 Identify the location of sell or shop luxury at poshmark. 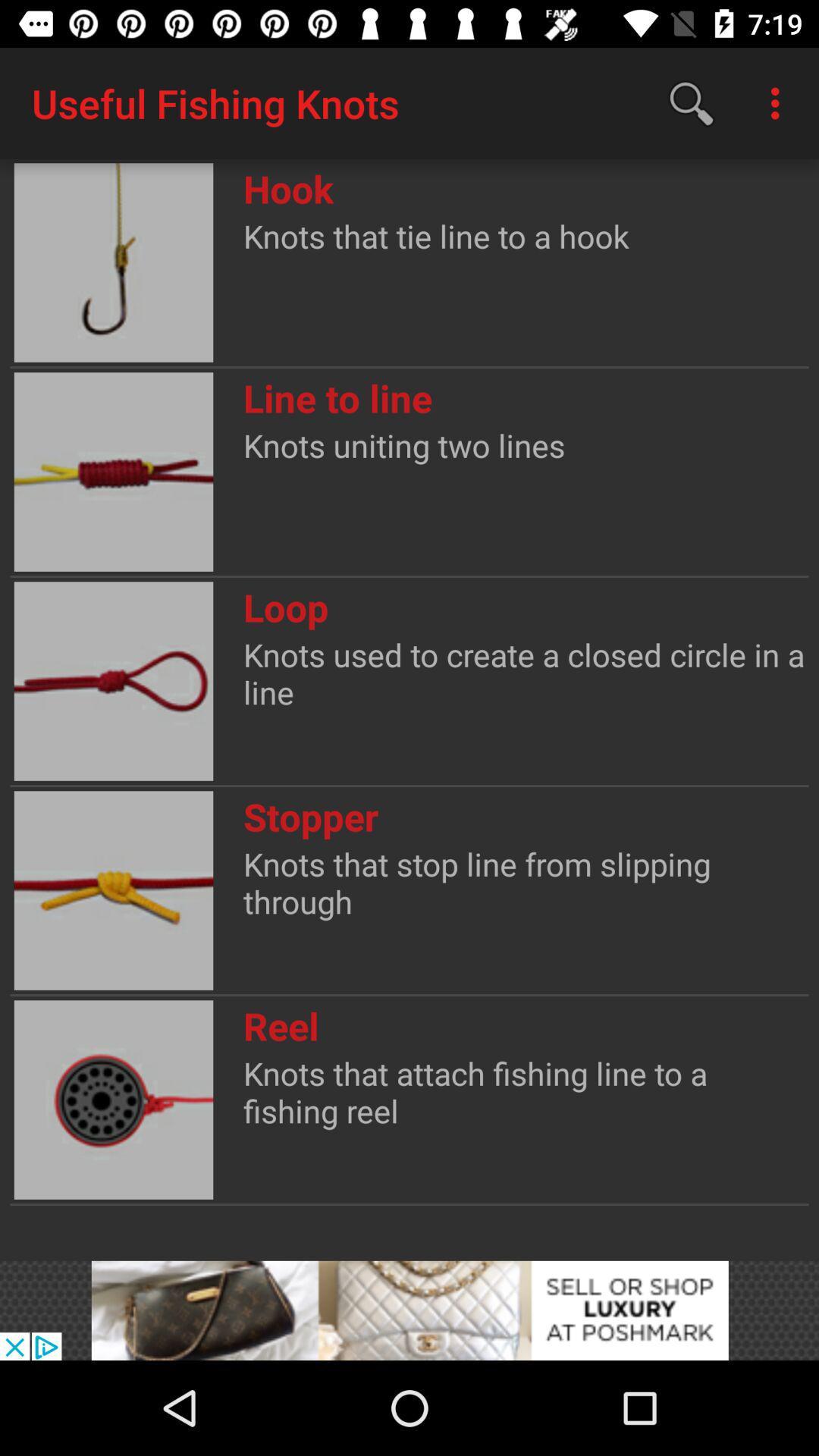
(409, 1310).